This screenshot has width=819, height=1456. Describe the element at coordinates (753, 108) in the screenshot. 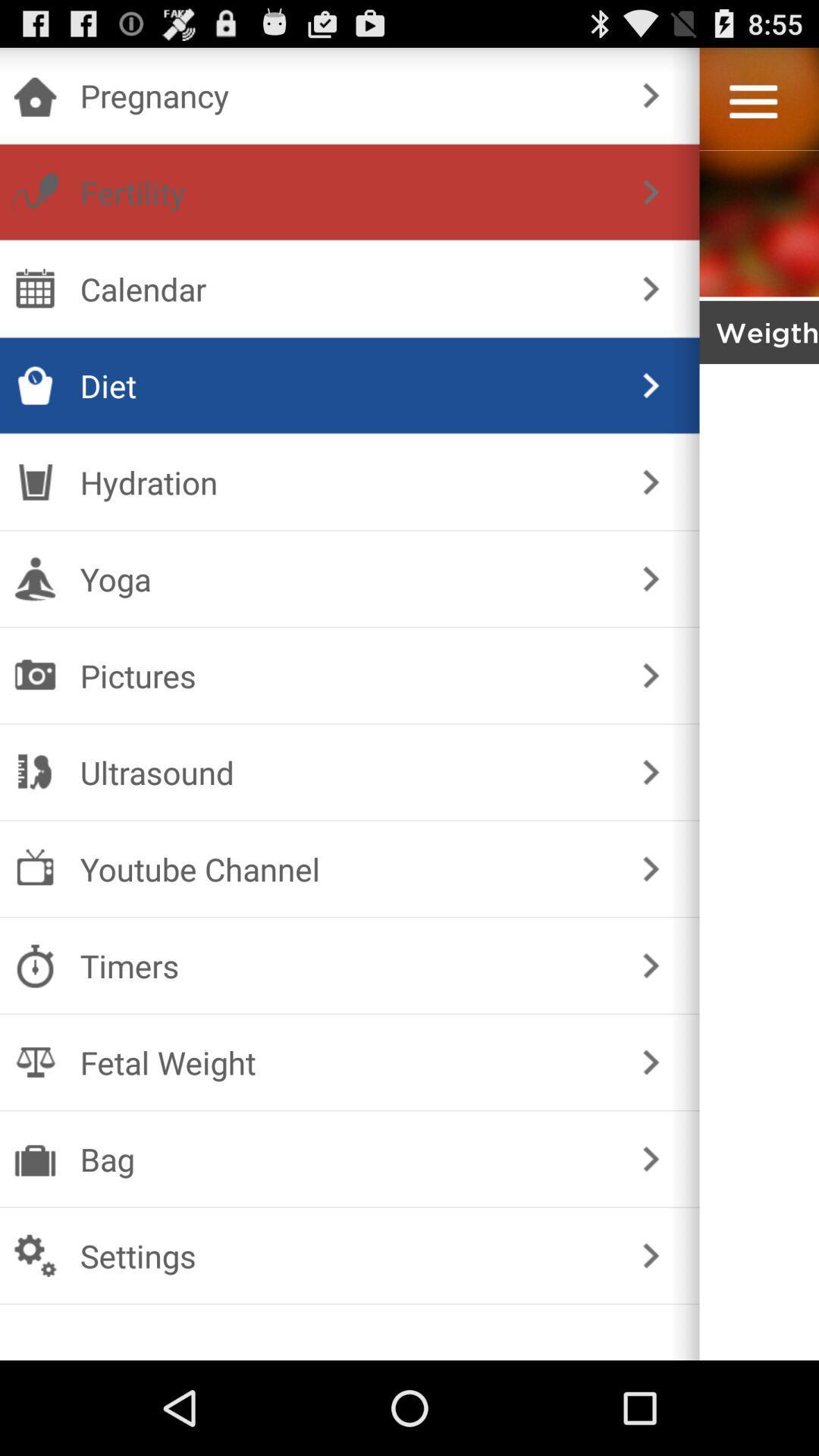

I see `the menu icon` at that location.